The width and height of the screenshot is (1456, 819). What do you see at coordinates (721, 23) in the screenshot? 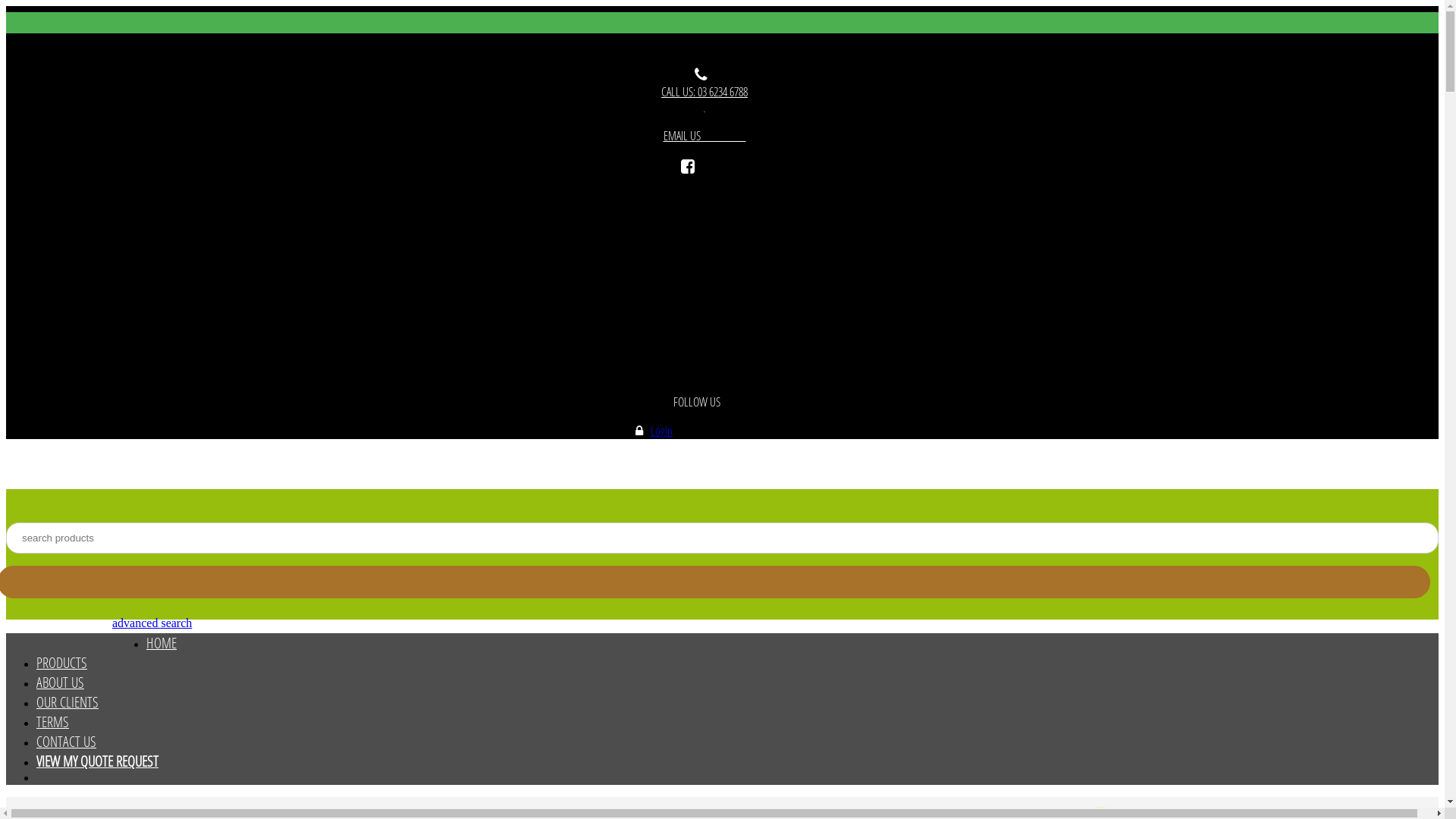
I see `'Toggle navigation'` at bounding box center [721, 23].